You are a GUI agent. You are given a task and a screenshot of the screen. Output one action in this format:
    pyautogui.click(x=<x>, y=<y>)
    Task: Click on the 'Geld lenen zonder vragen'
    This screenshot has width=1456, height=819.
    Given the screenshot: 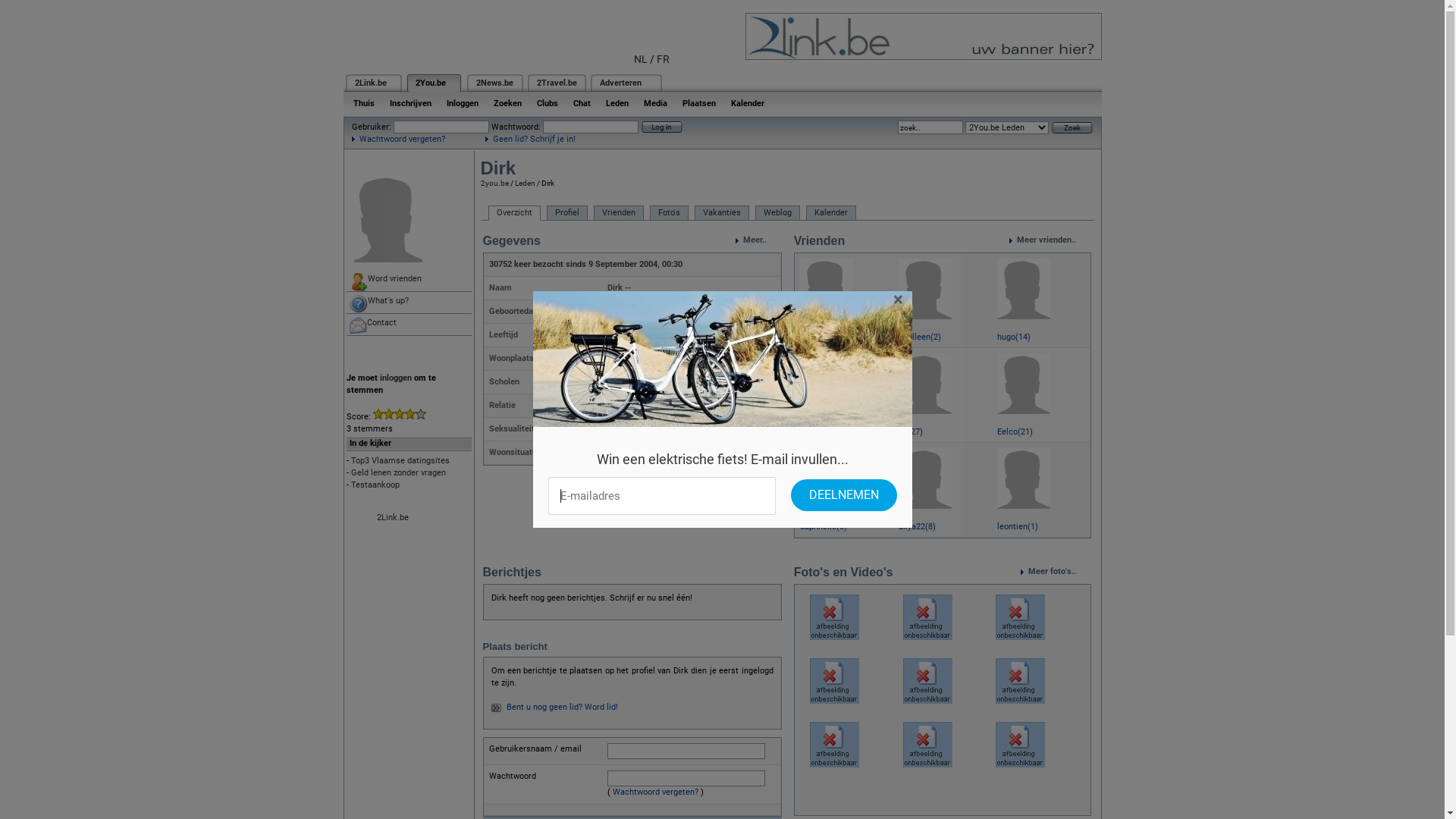 What is the action you would take?
    pyautogui.click(x=397, y=472)
    